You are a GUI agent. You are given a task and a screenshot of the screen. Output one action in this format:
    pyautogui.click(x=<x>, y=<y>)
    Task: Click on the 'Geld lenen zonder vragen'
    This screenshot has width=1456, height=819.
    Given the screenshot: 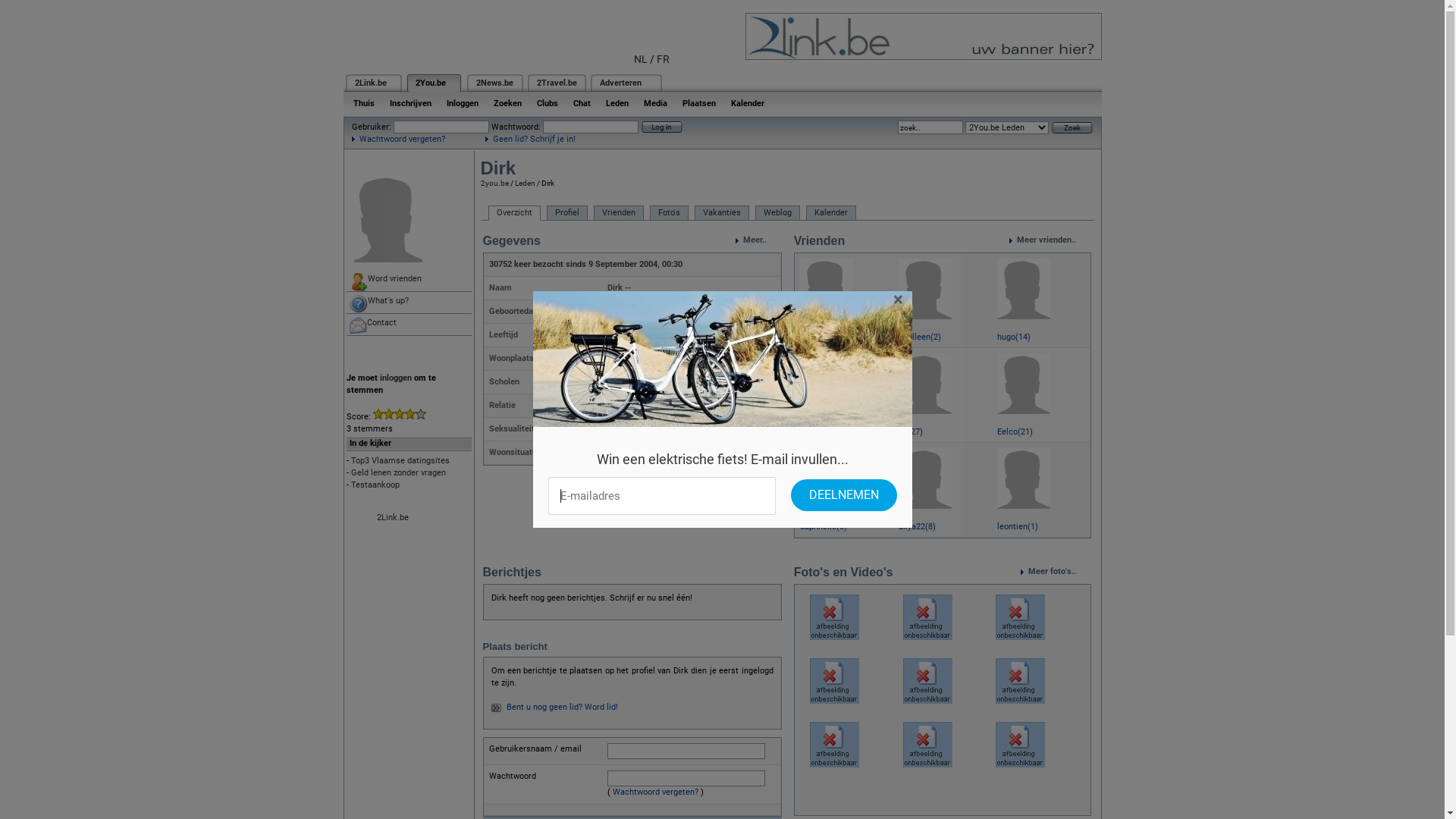 What is the action you would take?
    pyautogui.click(x=397, y=472)
    